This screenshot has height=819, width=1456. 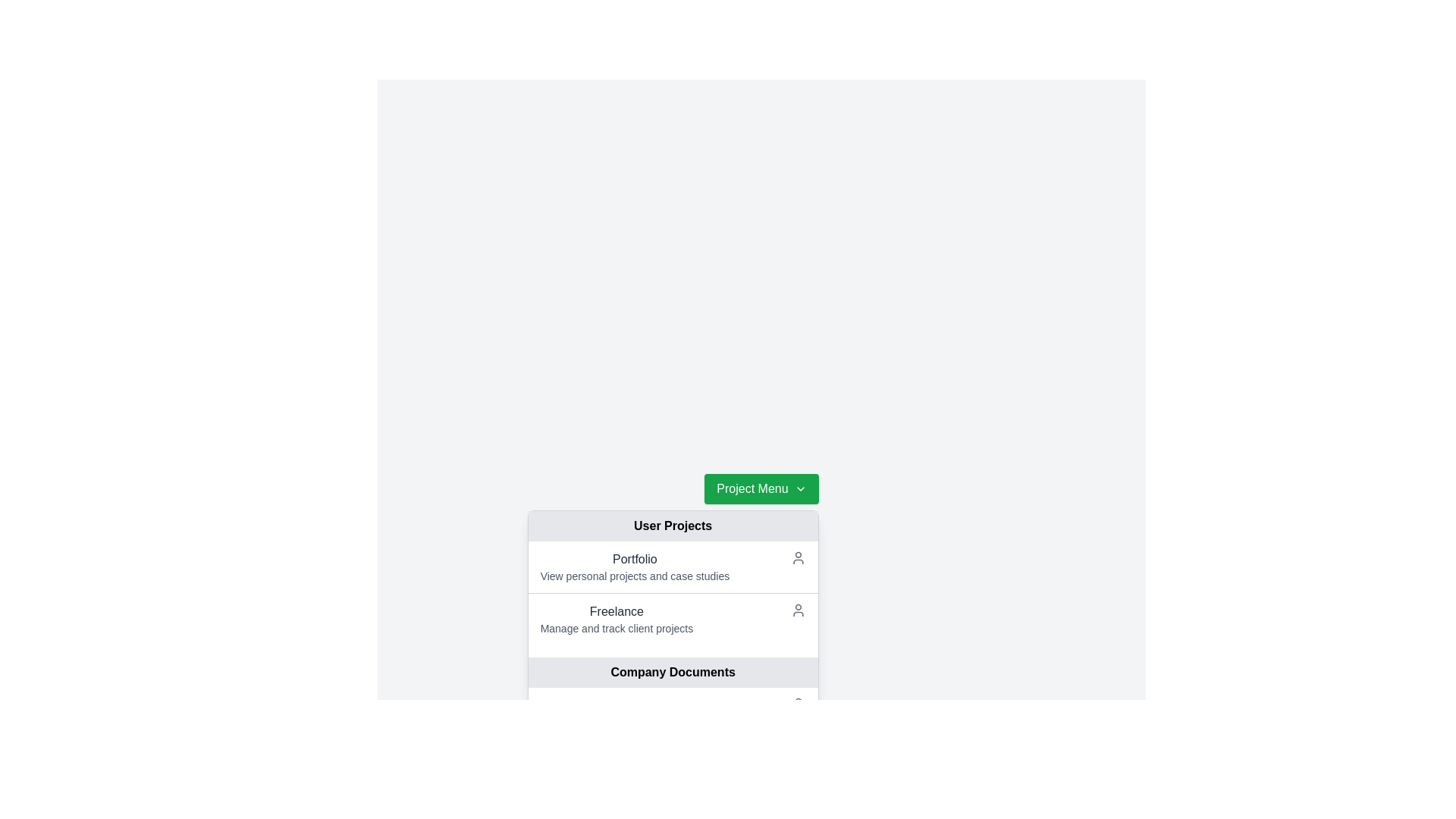 What do you see at coordinates (635, 567) in the screenshot?
I see `the 'Portfolio' menu item which is styled with a bold dark gray title and a light gray subtitle, located in the 'User Projects' dropdown menu, positioned above 'Freelance'` at bounding box center [635, 567].